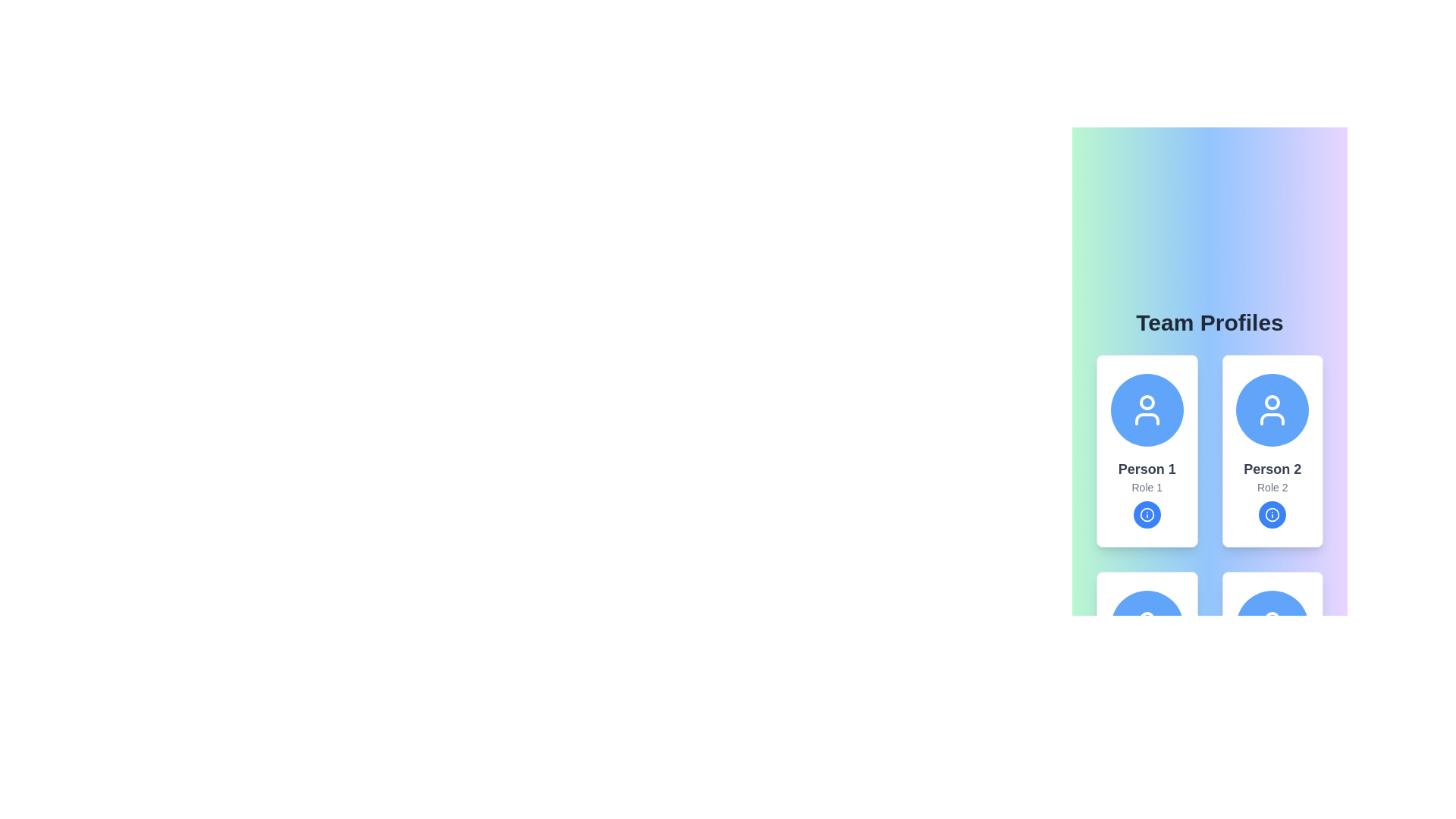  Describe the element at coordinates (1272, 513) in the screenshot. I see `the circular icon located in the second card of the 'Team Profiles' grid, positioned below the text 'Person 2 Role 2'` at that location.